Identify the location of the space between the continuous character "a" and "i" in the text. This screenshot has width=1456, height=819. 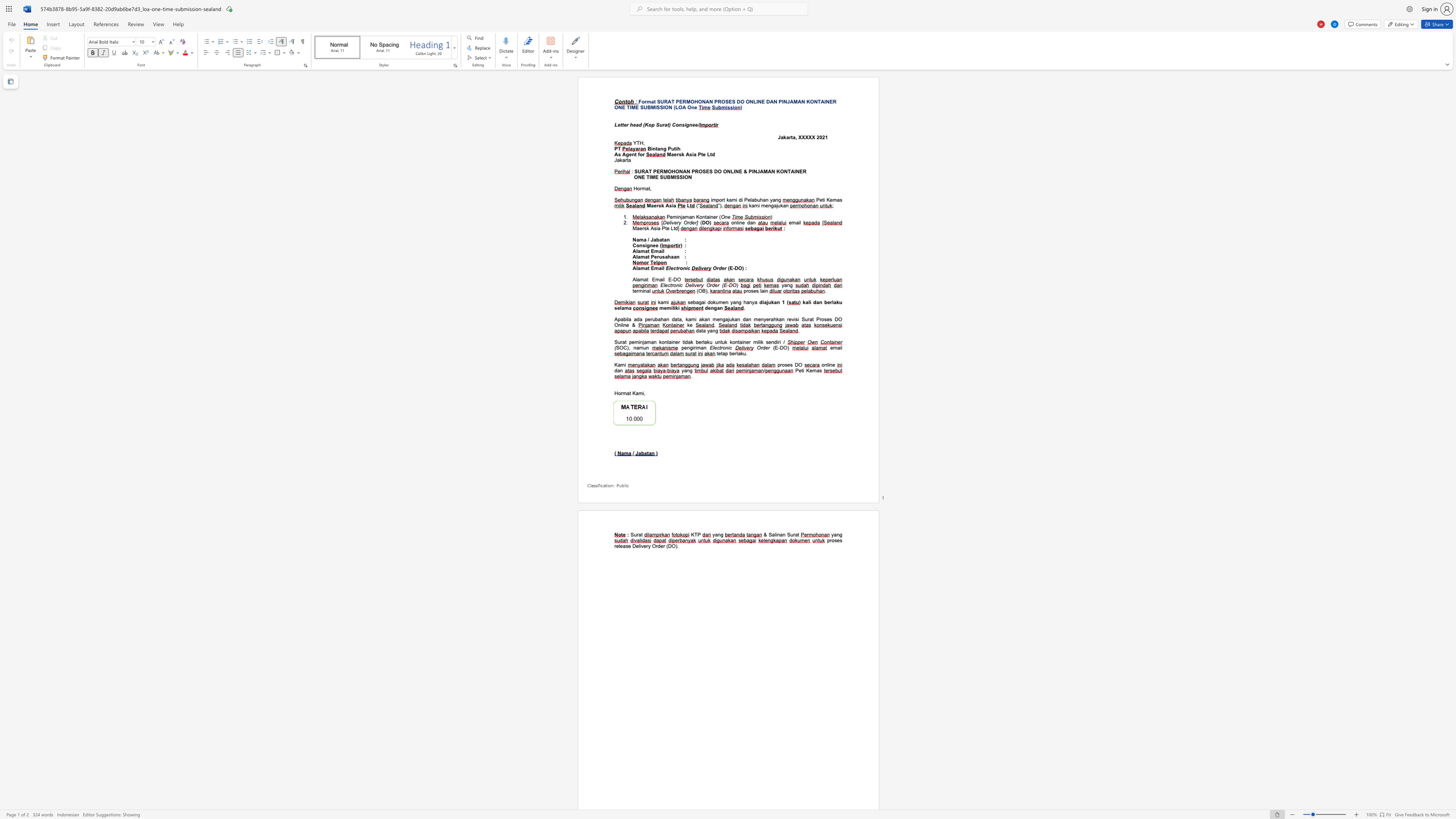
(662, 279).